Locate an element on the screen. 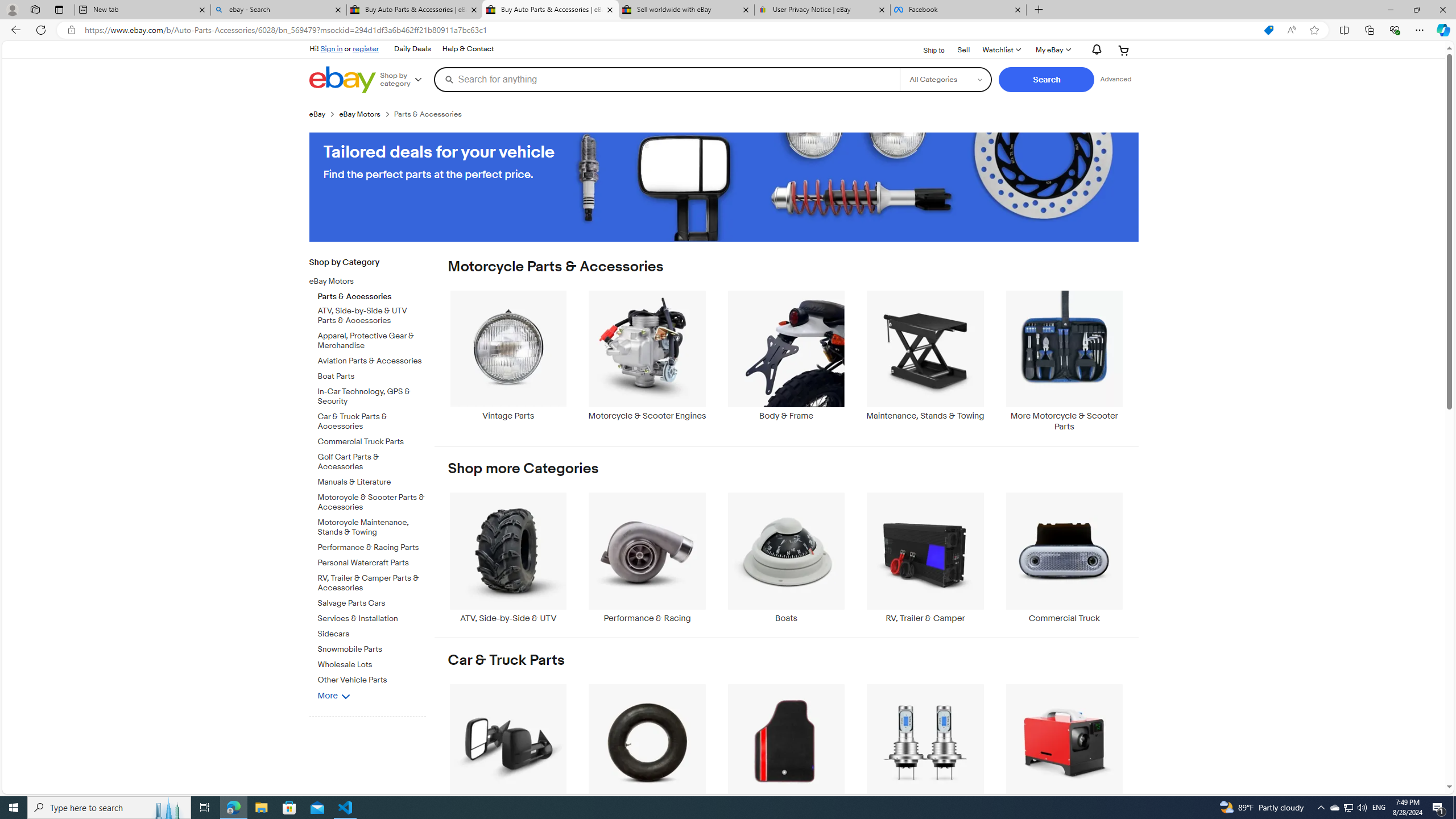 Image resolution: width=1456 pixels, height=819 pixels. 'Apparel, Protective Gear & Merchandise' is located at coordinates (371, 340).